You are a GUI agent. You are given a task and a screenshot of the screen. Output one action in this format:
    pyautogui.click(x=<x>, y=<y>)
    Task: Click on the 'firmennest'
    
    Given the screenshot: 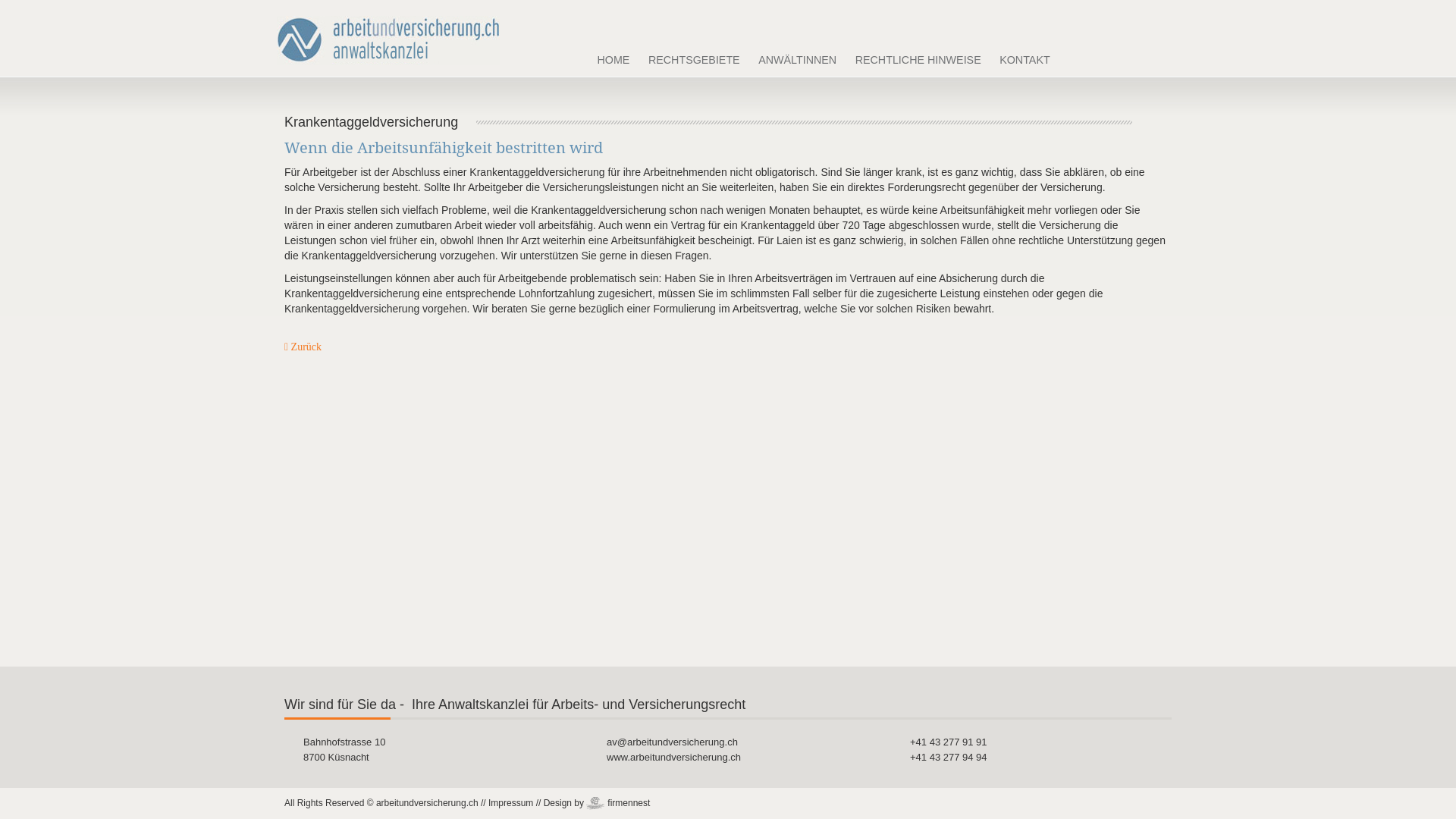 What is the action you would take?
    pyautogui.click(x=618, y=802)
    